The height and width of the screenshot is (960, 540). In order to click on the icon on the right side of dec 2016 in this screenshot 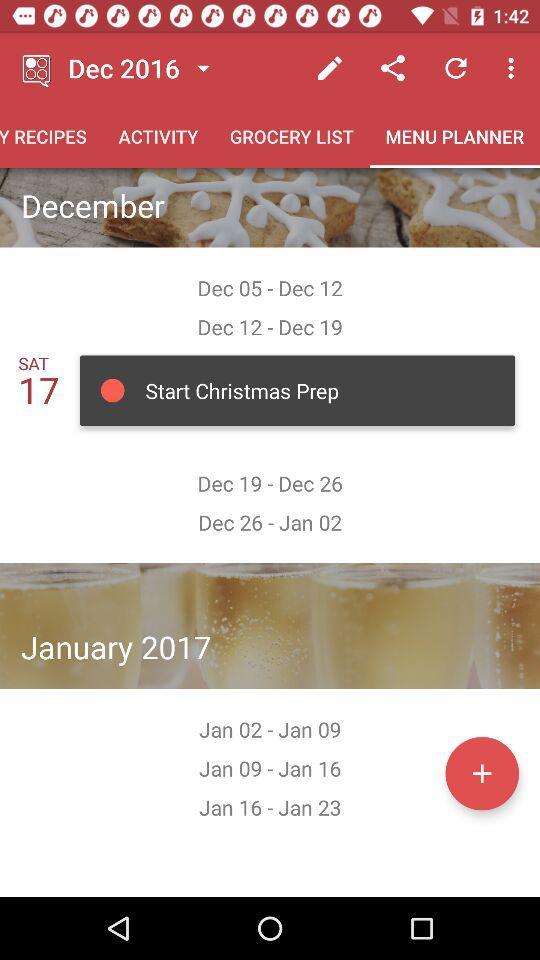, I will do `click(202, 68)`.